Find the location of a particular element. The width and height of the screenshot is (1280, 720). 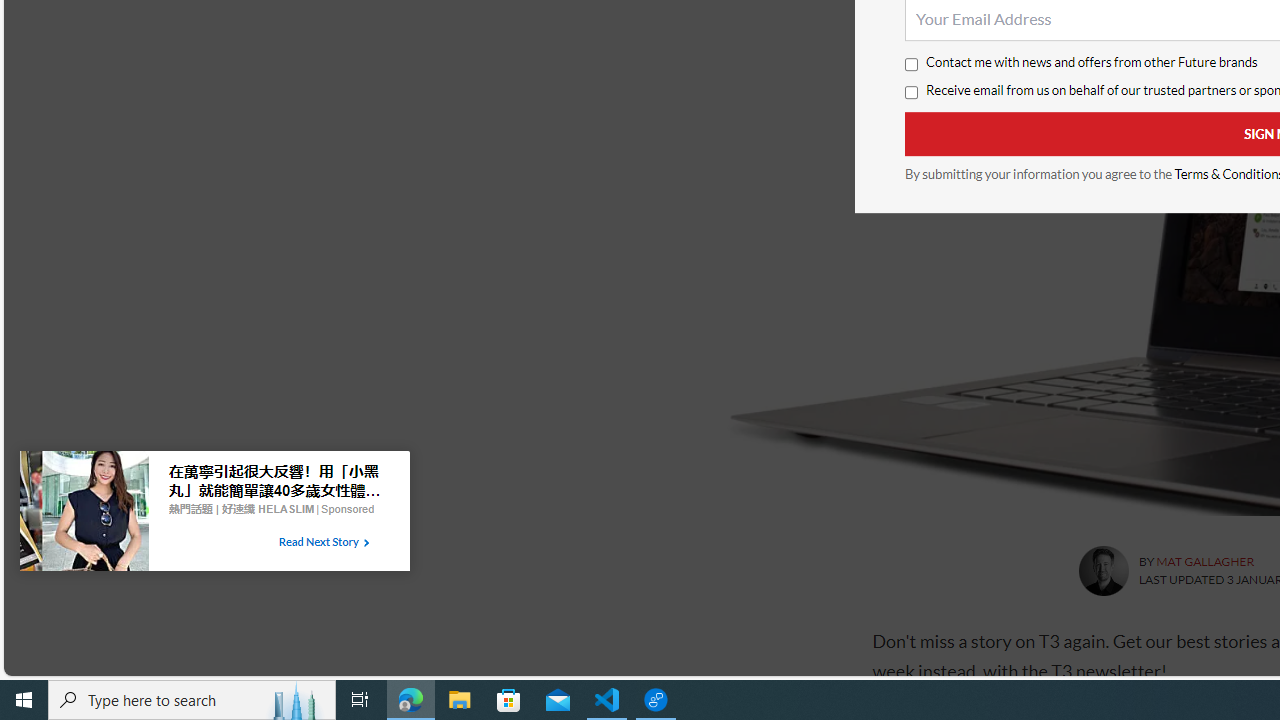

'MAT GALLAGHER' is located at coordinates (1204, 561).